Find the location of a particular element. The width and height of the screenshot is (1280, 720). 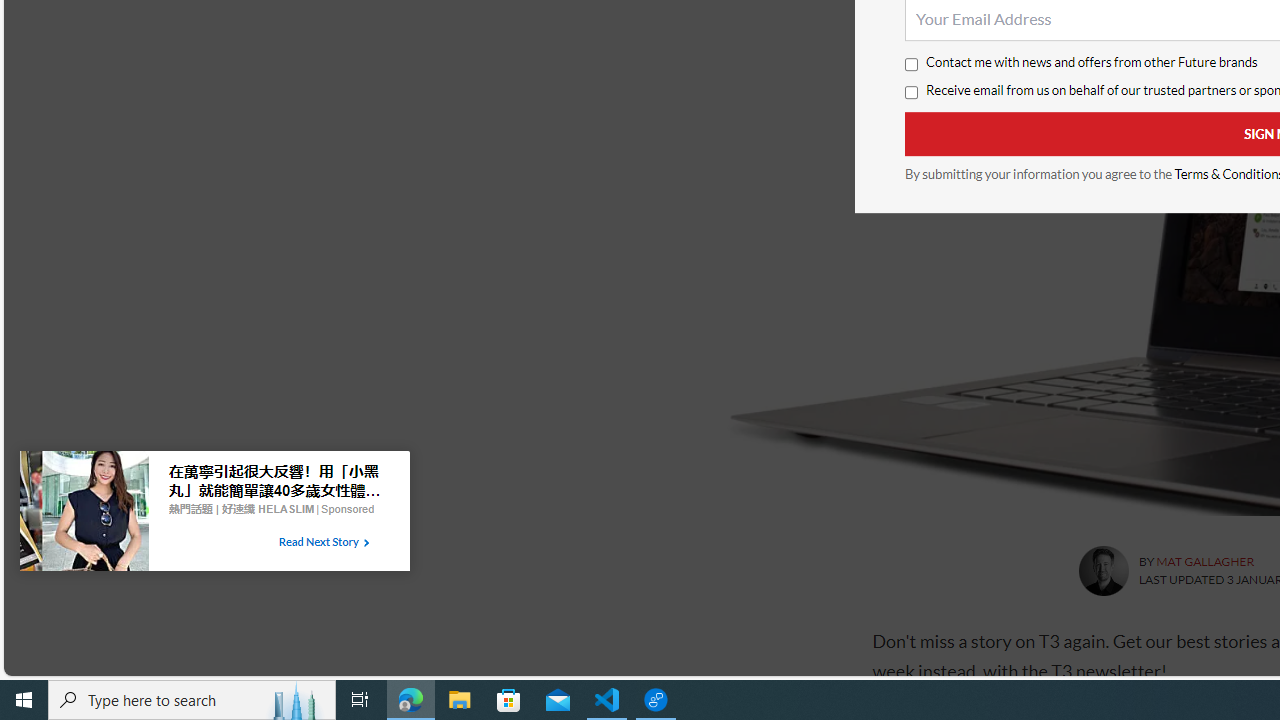

'MAT GALLAGHER' is located at coordinates (1204, 561).